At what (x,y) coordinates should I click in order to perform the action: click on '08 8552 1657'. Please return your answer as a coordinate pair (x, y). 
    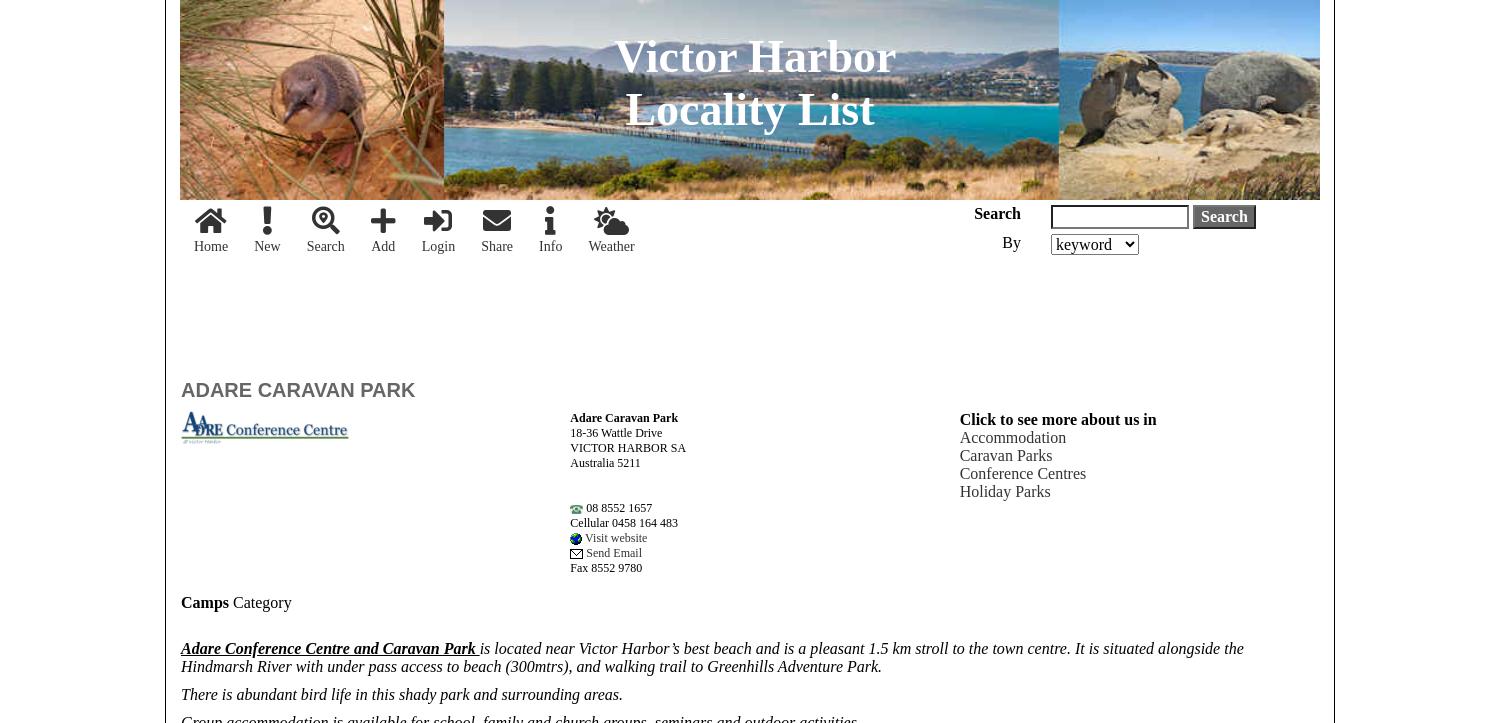
    Looking at the image, I should click on (582, 506).